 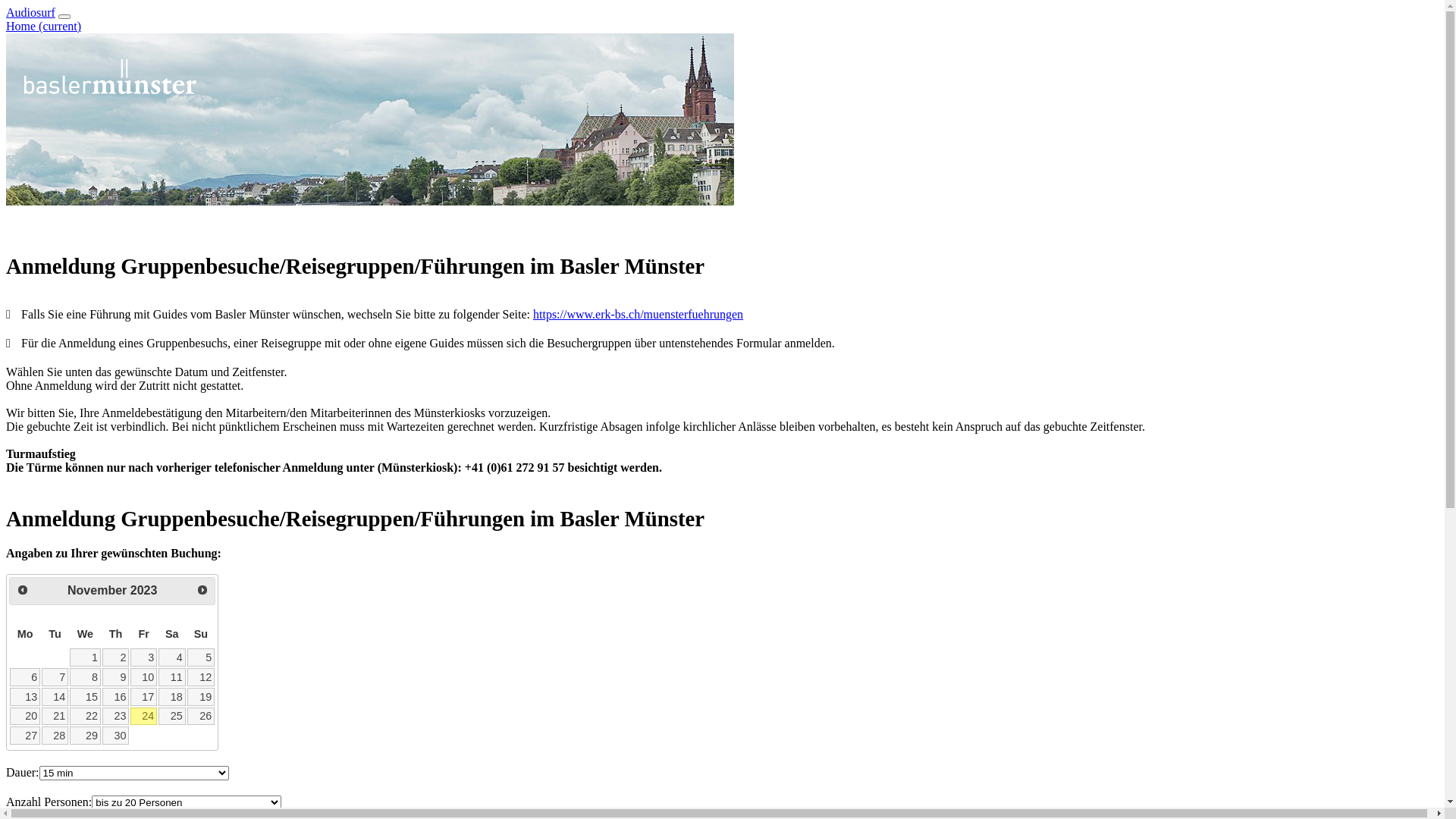 What do you see at coordinates (130, 676) in the screenshot?
I see `'10'` at bounding box center [130, 676].